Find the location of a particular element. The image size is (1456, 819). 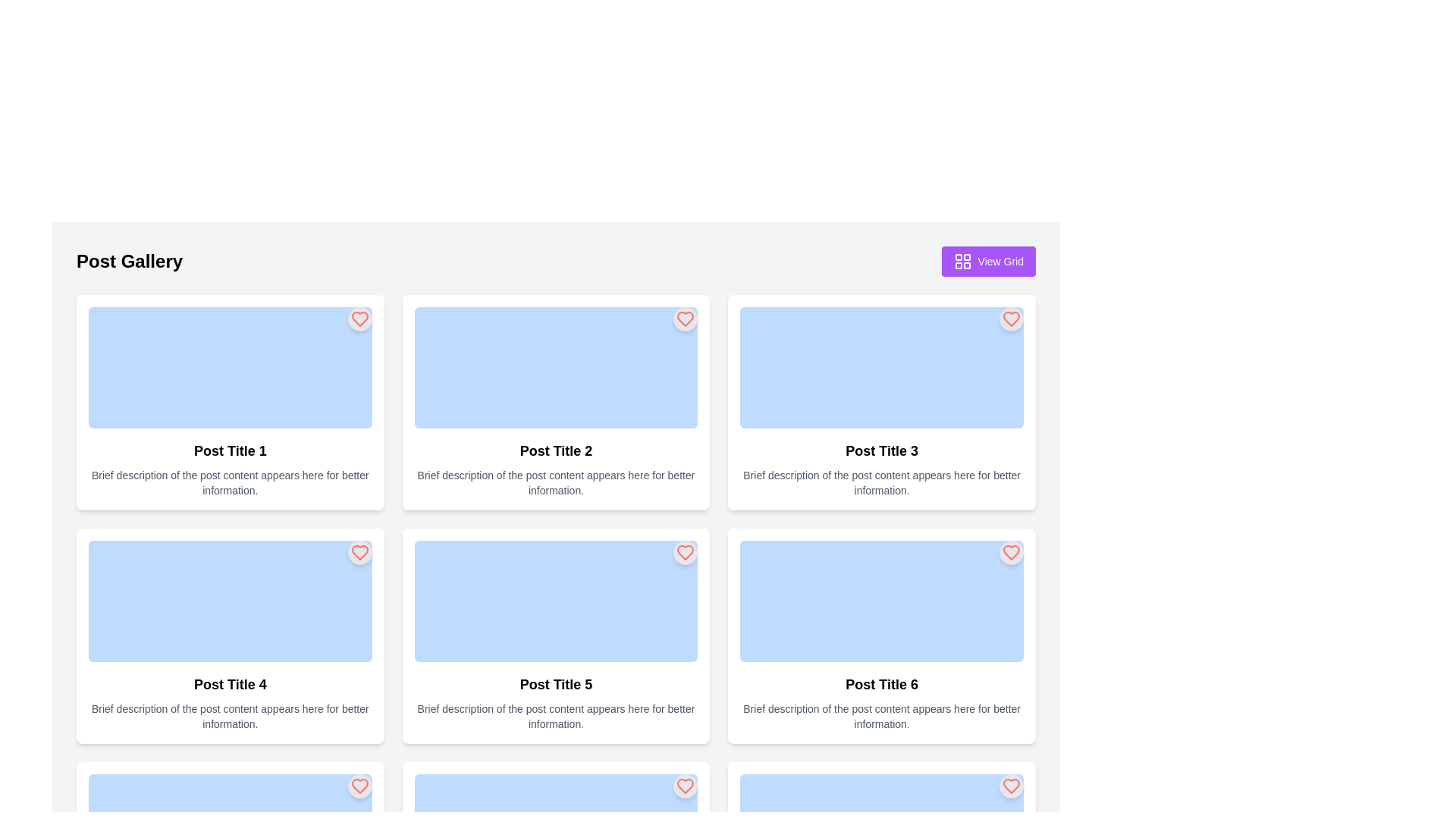

the circular gray button with a red heart icon located at the top-right corner of the 'Post Title 3' card to favorite the post is located at coordinates (1012, 318).